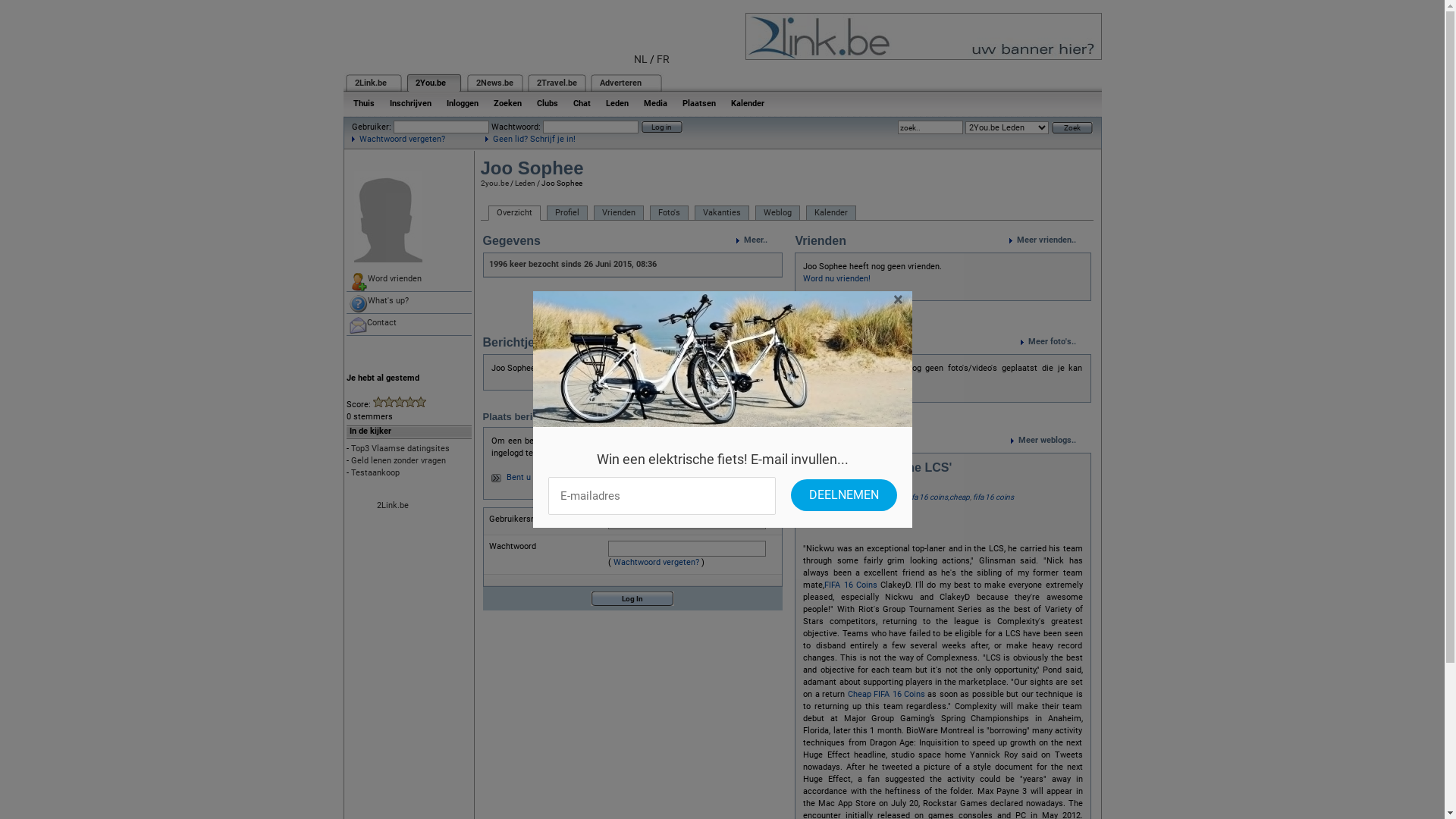 This screenshot has width=1456, height=819. What do you see at coordinates (408, 324) in the screenshot?
I see `'Contact'` at bounding box center [408, 324].